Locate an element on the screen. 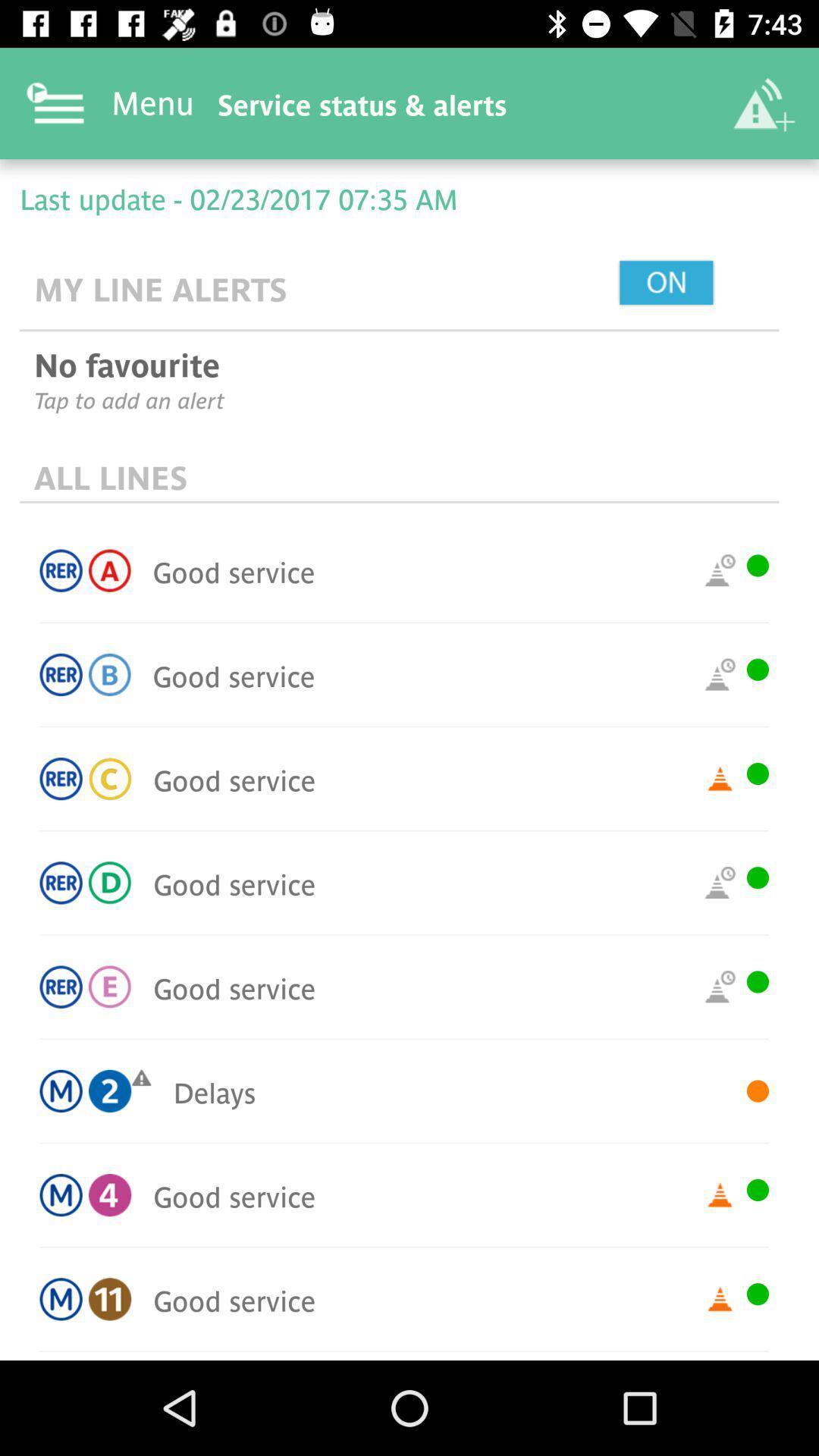 The image size is (819, 1456). item below last update 02 is located at coordinates (701, 284).